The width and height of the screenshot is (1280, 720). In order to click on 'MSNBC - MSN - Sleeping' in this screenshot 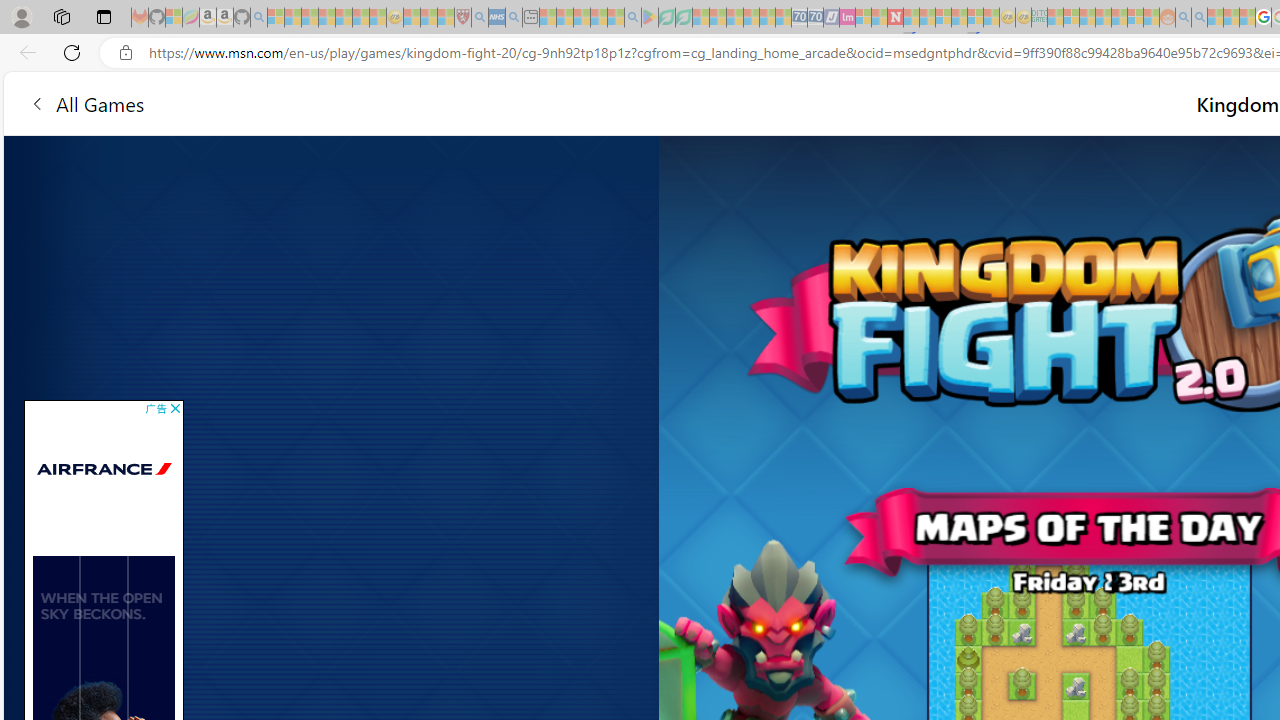, I will do `click(1055, 17)`.